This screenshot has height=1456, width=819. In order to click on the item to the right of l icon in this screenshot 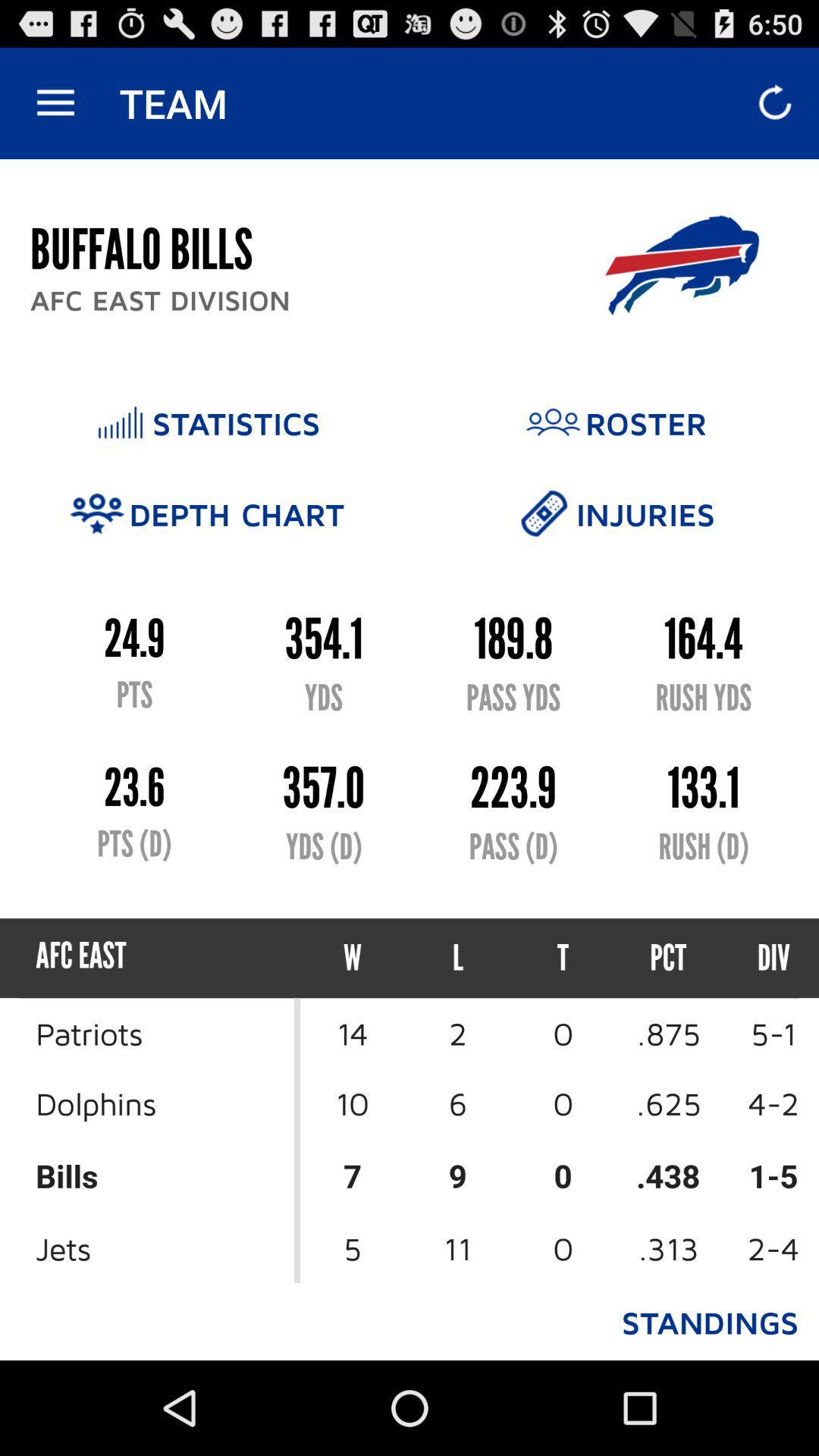, I will do `click(563, 957)`.